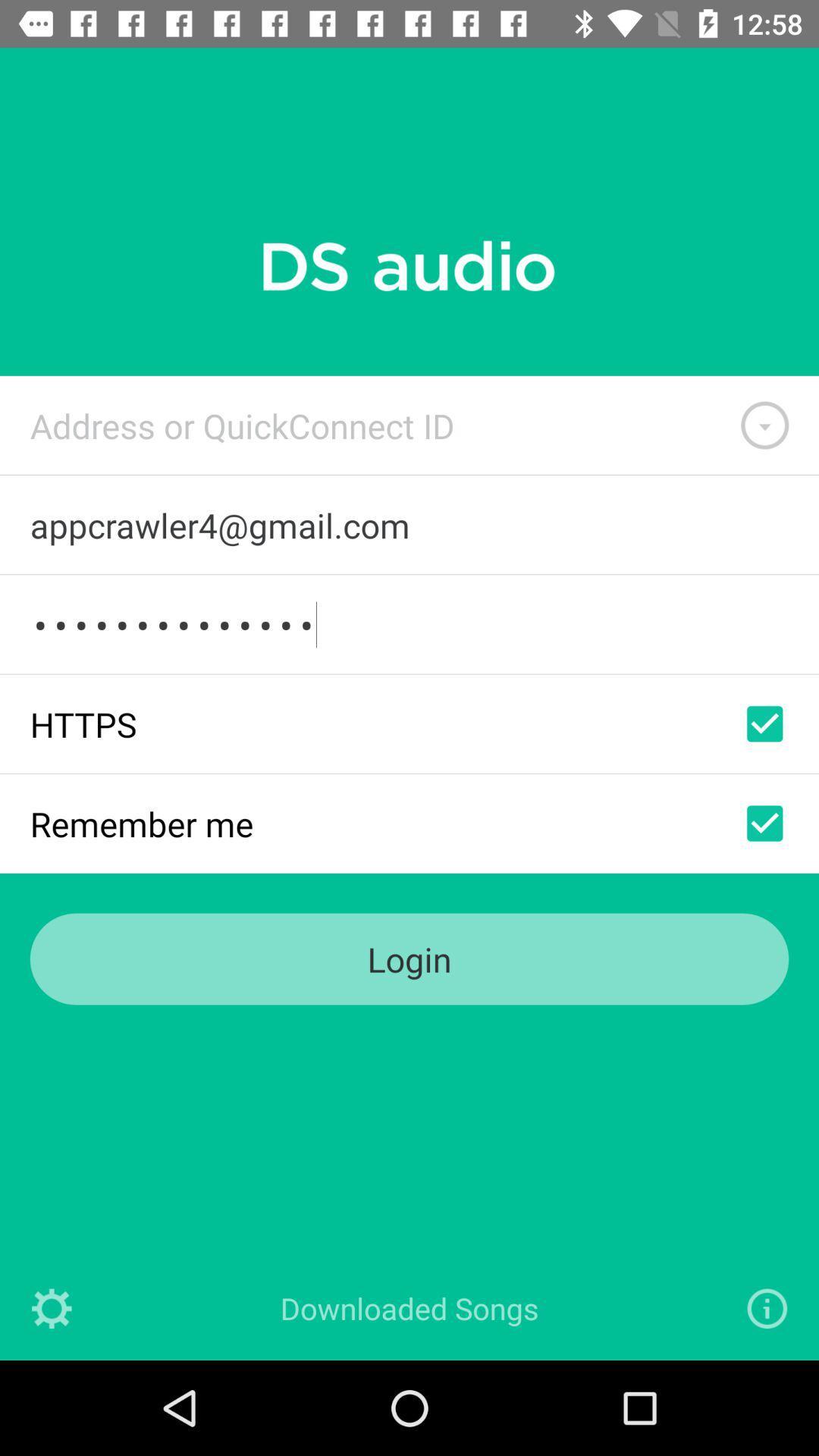 Image resolution: width=819 pixels, height=1456 pixels. I want to click on to remember user, so click(764, 822).